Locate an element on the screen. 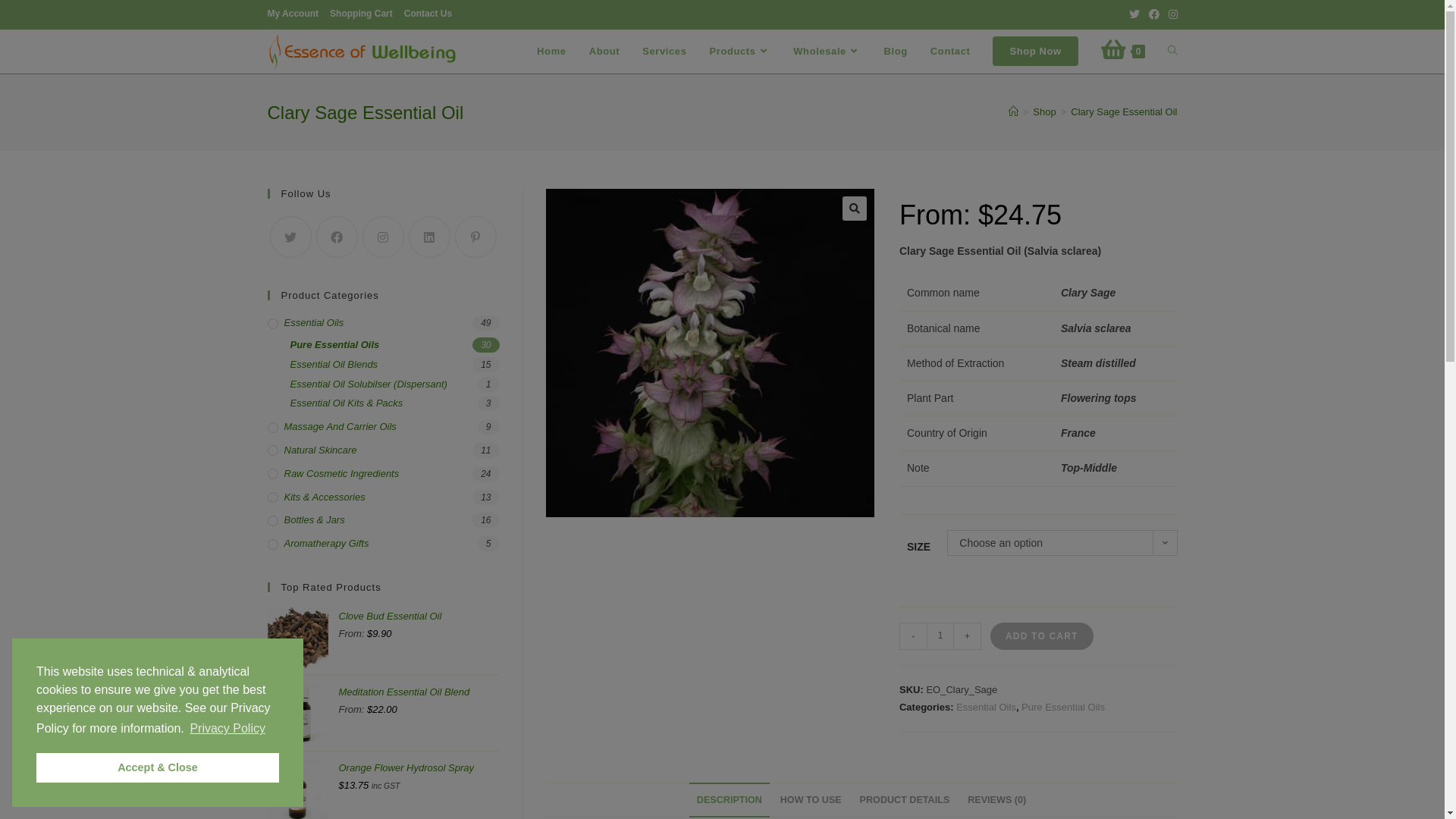  'Shop Now' is located at coordinates (981, 51).